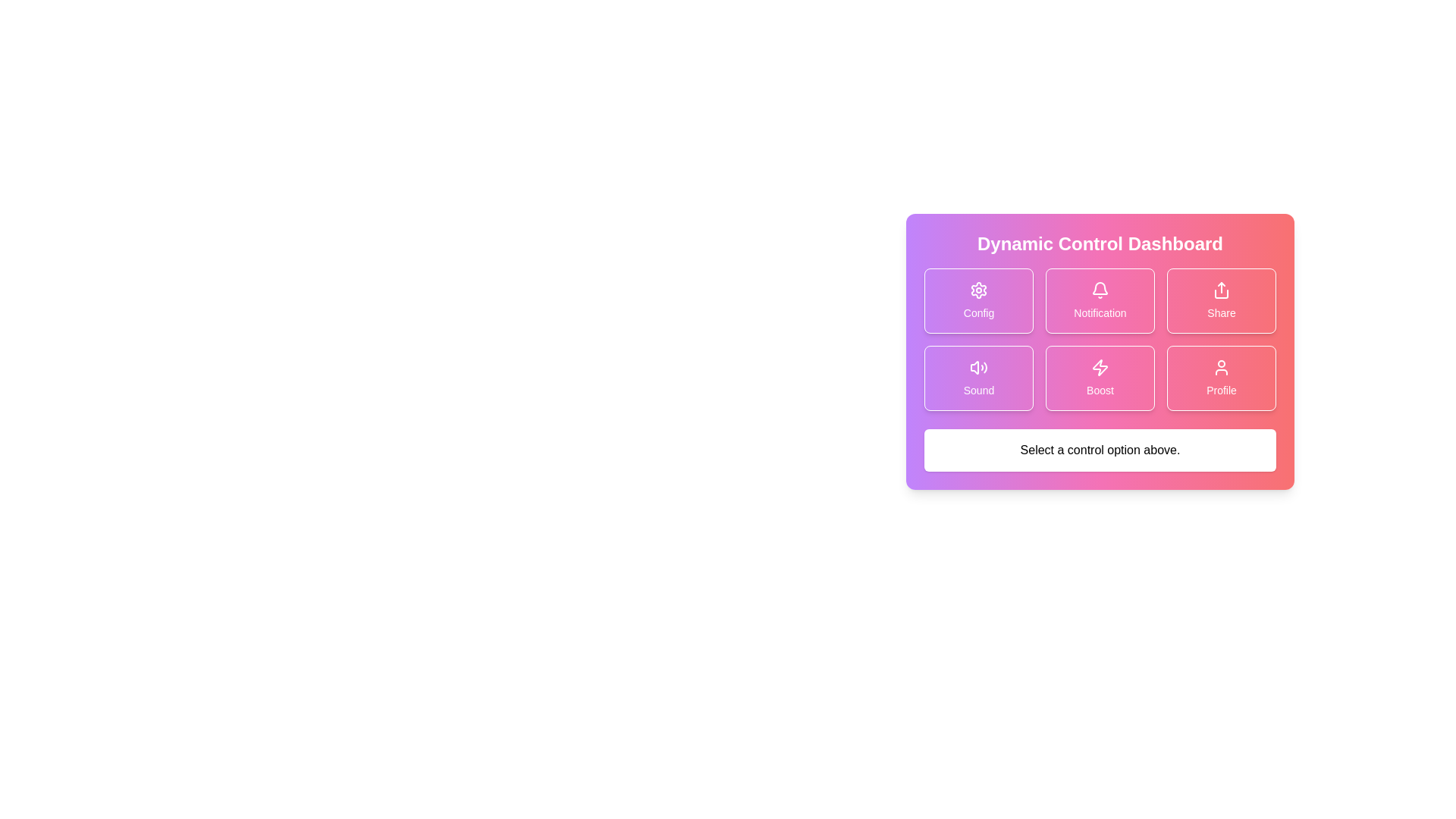 This screenshot has width=1456, height=819. What do you see at coordinates (974, 368) in the screenshot?
I see `the sound control icon, which is a small vector graphic depicting a speaker located in the lower-left grid cell of a 3x2 grid in the control dashboard` at bounding box center [974, 368].